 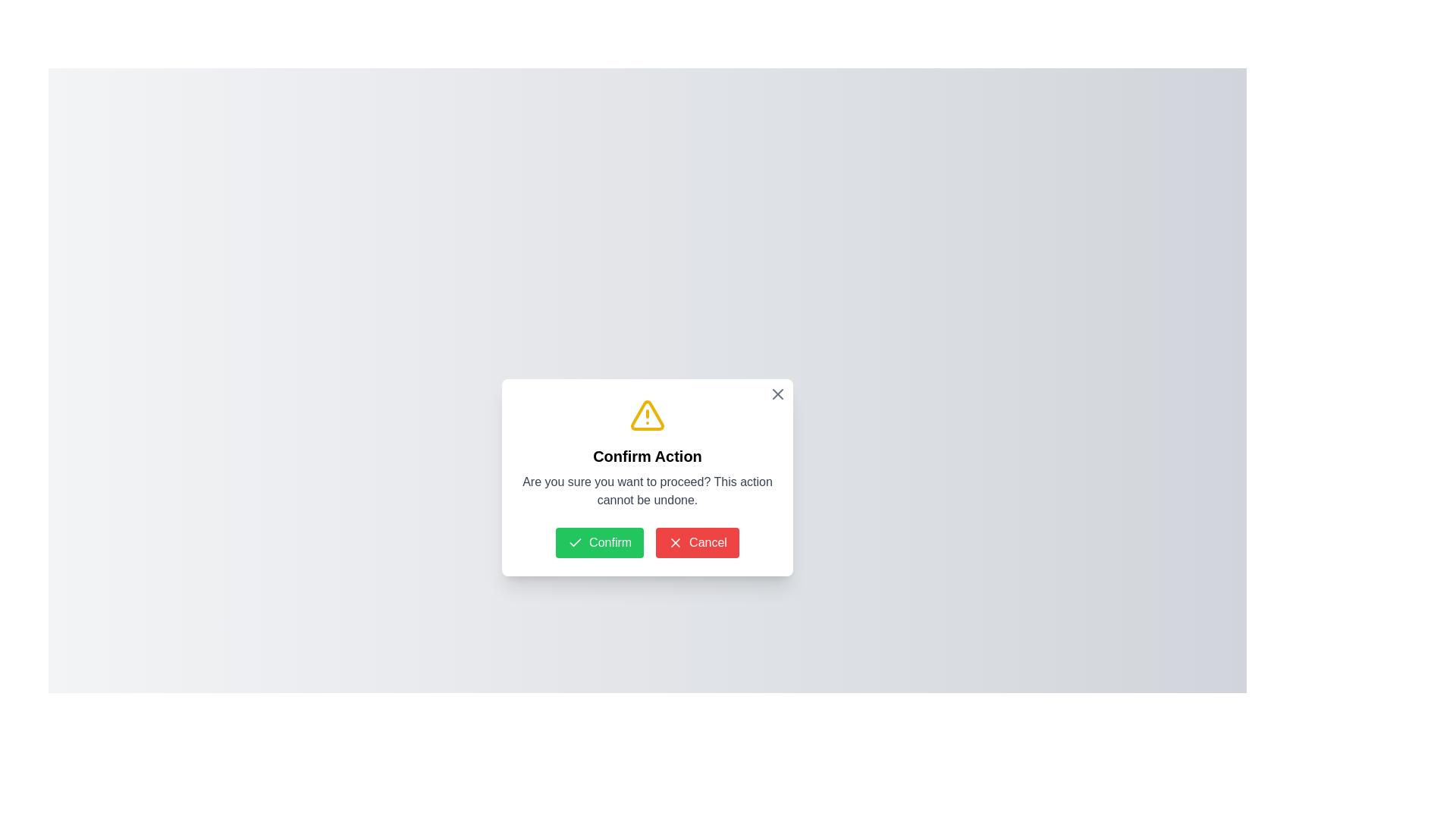 What do you see at coordinates (648, 491) in the screenshot?
I see `cautionary message displayed in the second text block of the modal dialog box, located below the 'Confirm Action' heading` at bounding box center [648, 491].